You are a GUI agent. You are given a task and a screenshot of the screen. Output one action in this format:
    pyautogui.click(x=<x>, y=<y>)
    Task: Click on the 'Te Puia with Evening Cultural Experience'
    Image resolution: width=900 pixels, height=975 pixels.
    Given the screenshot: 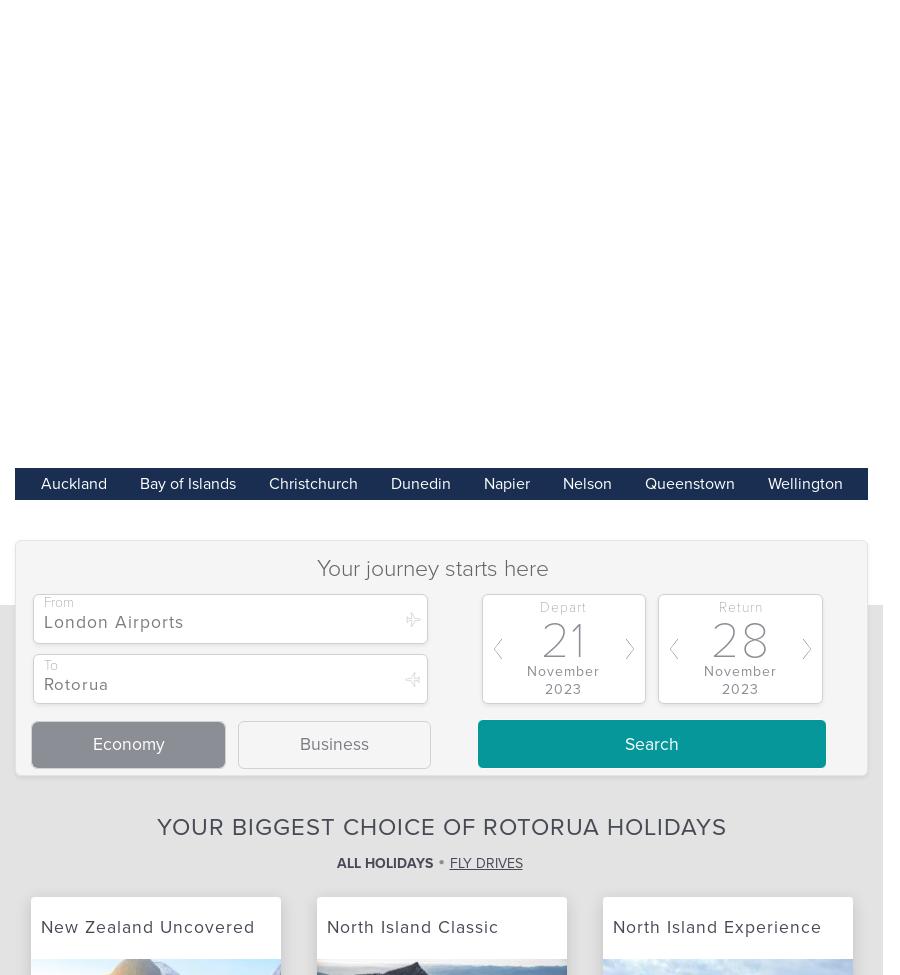 What is the action you would take?
    pyautogui.click(x=552, y=65)
    